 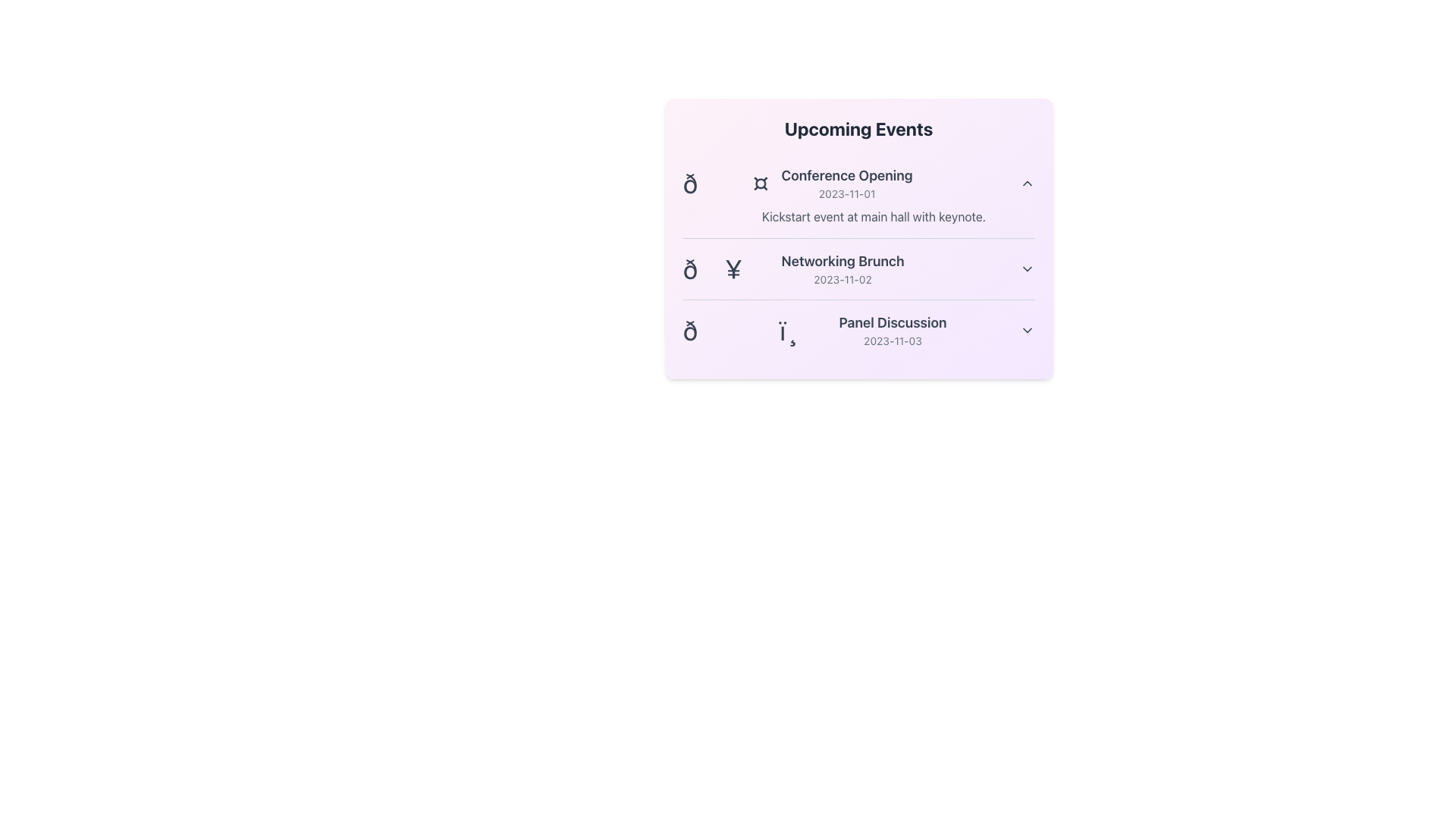 What do you see at coordinates (725, 268) in the screenshot?
I see `the bold and large yen currency symbol ('¥') located to the right of the preceding icon in the 'Networking Brunch' event row` at bounding box center [725, 268].